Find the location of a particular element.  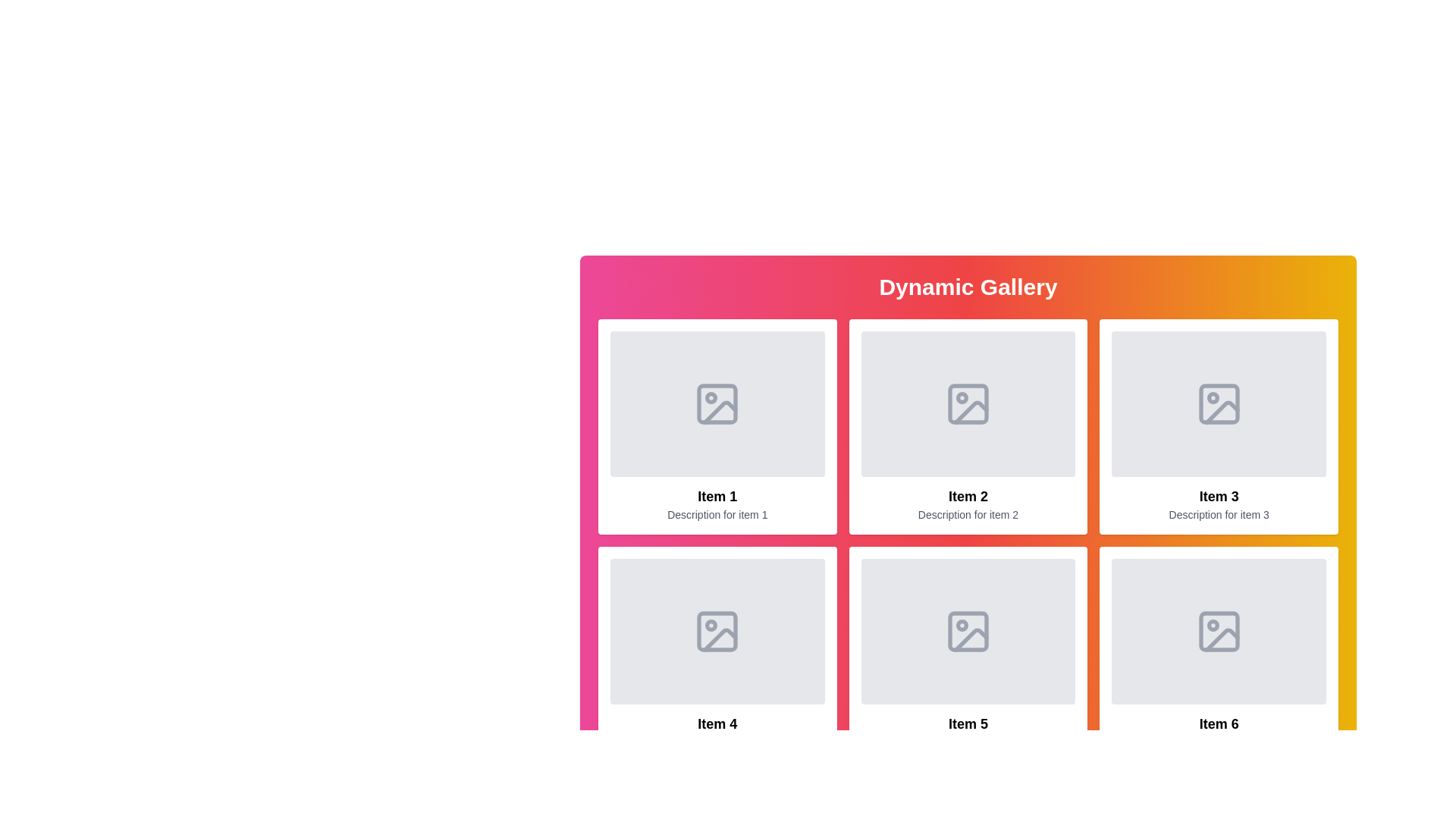

the image placeholder icon located at the center of the third card in the 'Dynamic Gallery' section, which is styled in light gray with rounded corners and a centered circular design is located at coordinates (1219, 403).